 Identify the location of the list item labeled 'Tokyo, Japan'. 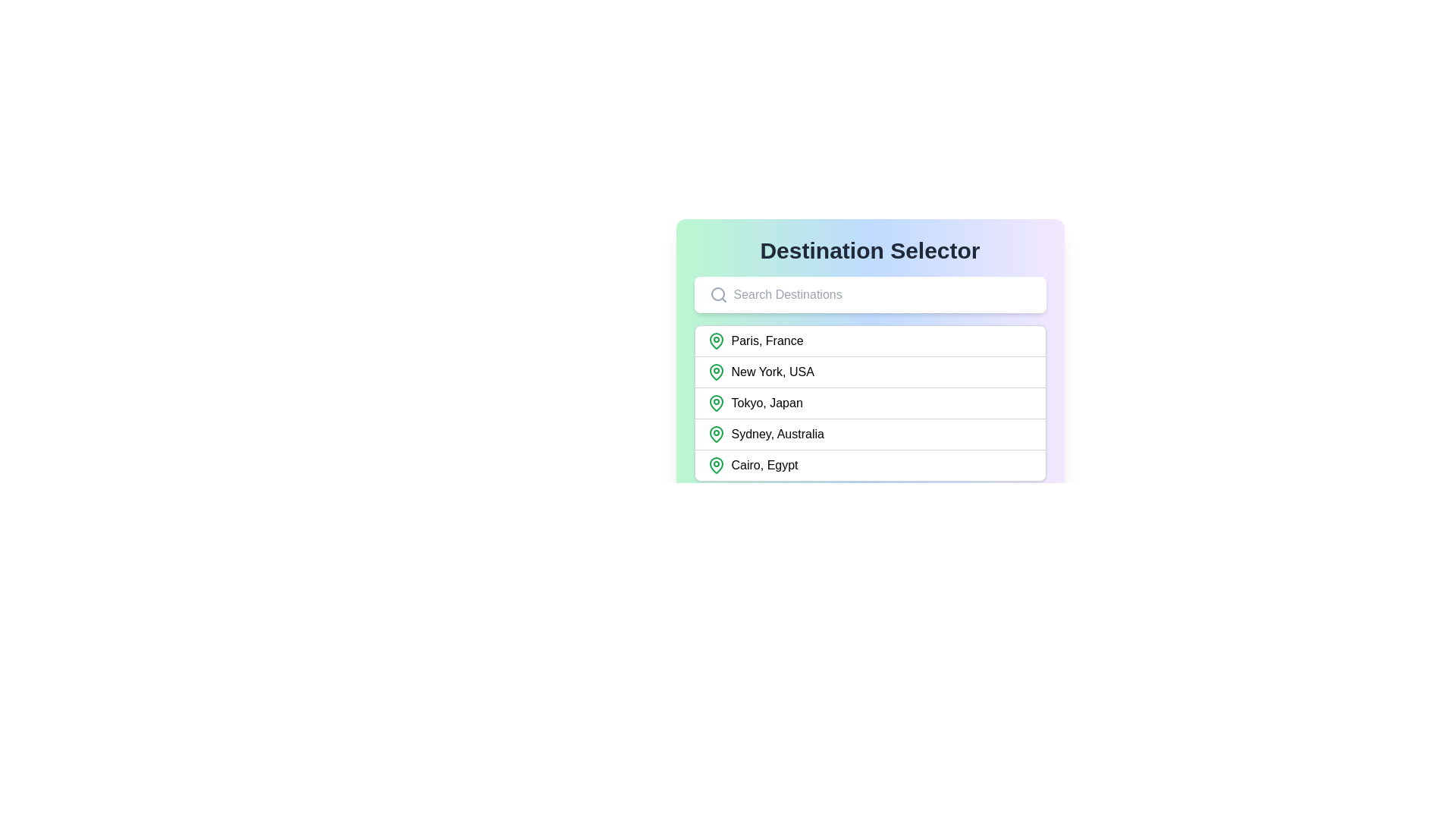
(870, 402).